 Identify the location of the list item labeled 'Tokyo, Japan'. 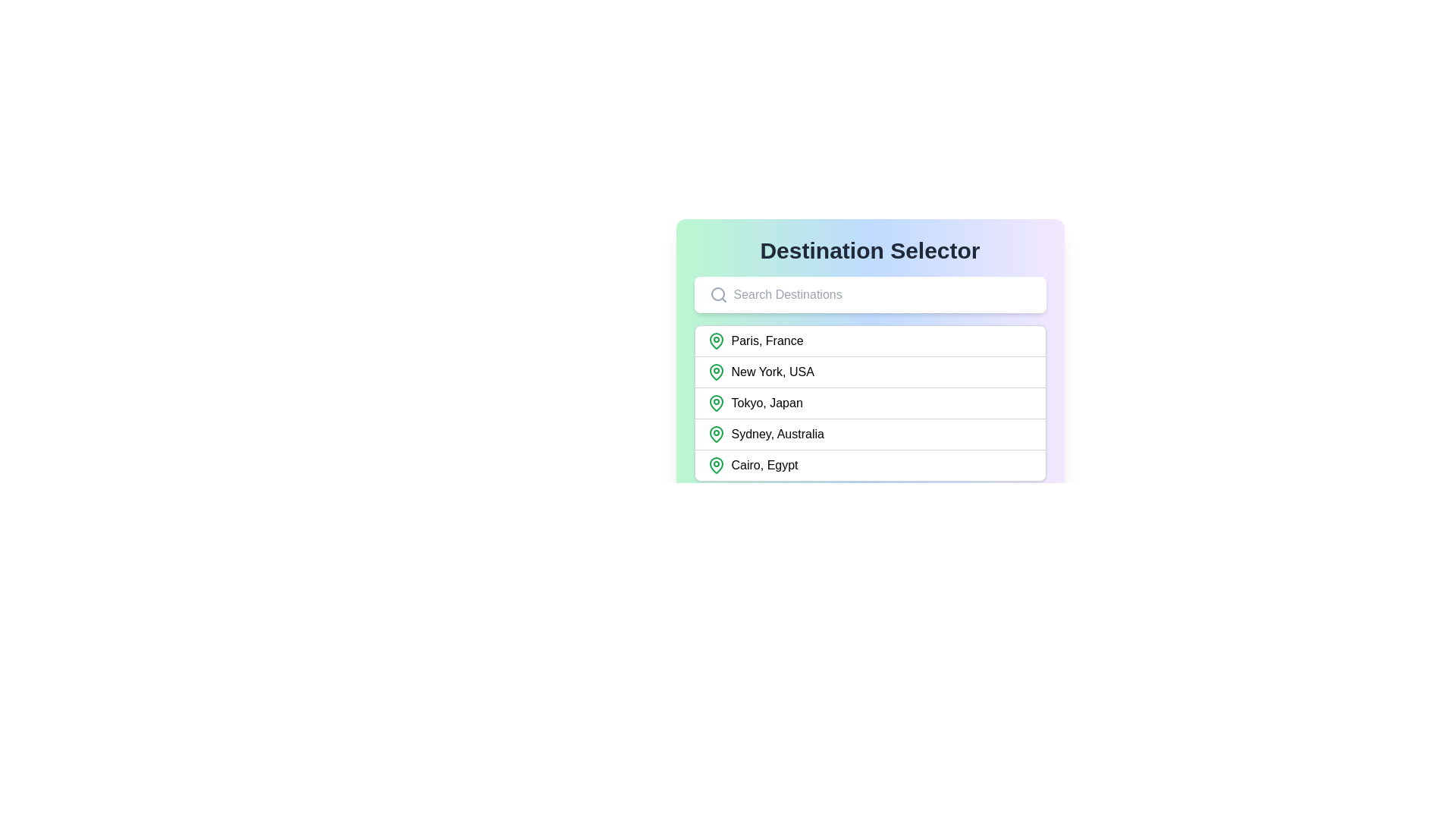
(870, 402).